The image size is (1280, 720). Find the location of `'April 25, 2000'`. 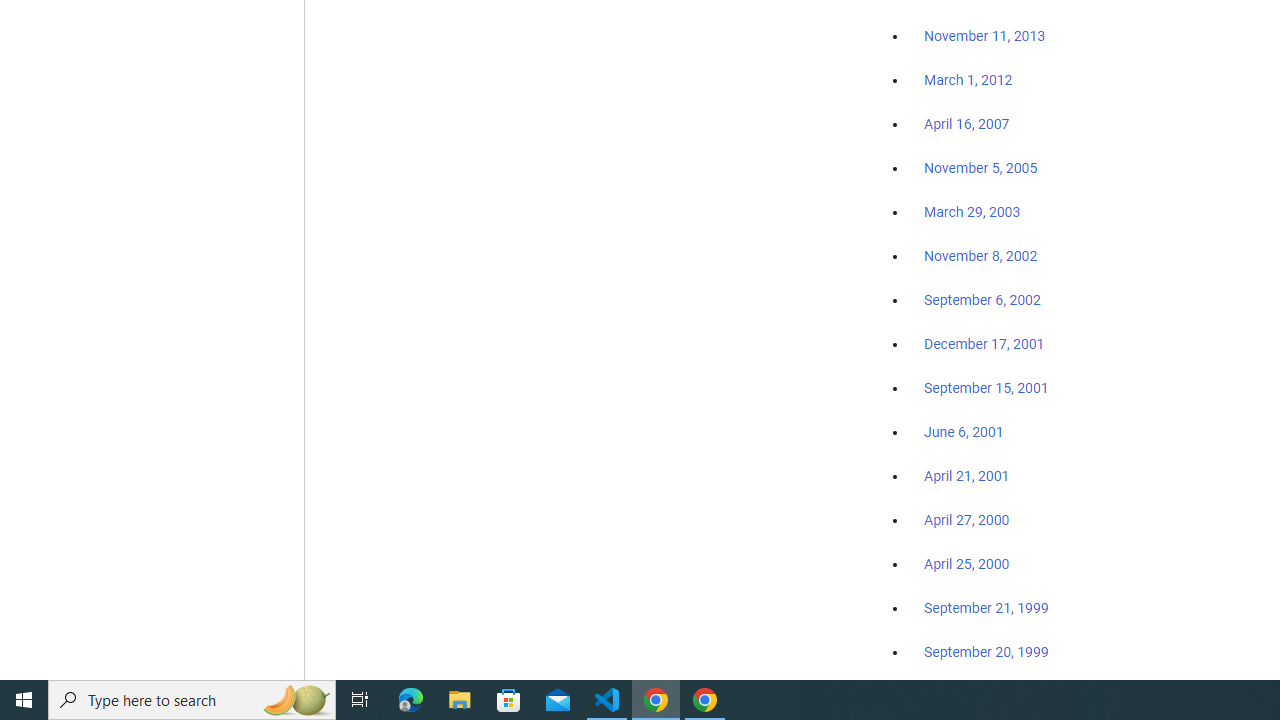

'April 25, 2000' is located at coordinates (967, 564).